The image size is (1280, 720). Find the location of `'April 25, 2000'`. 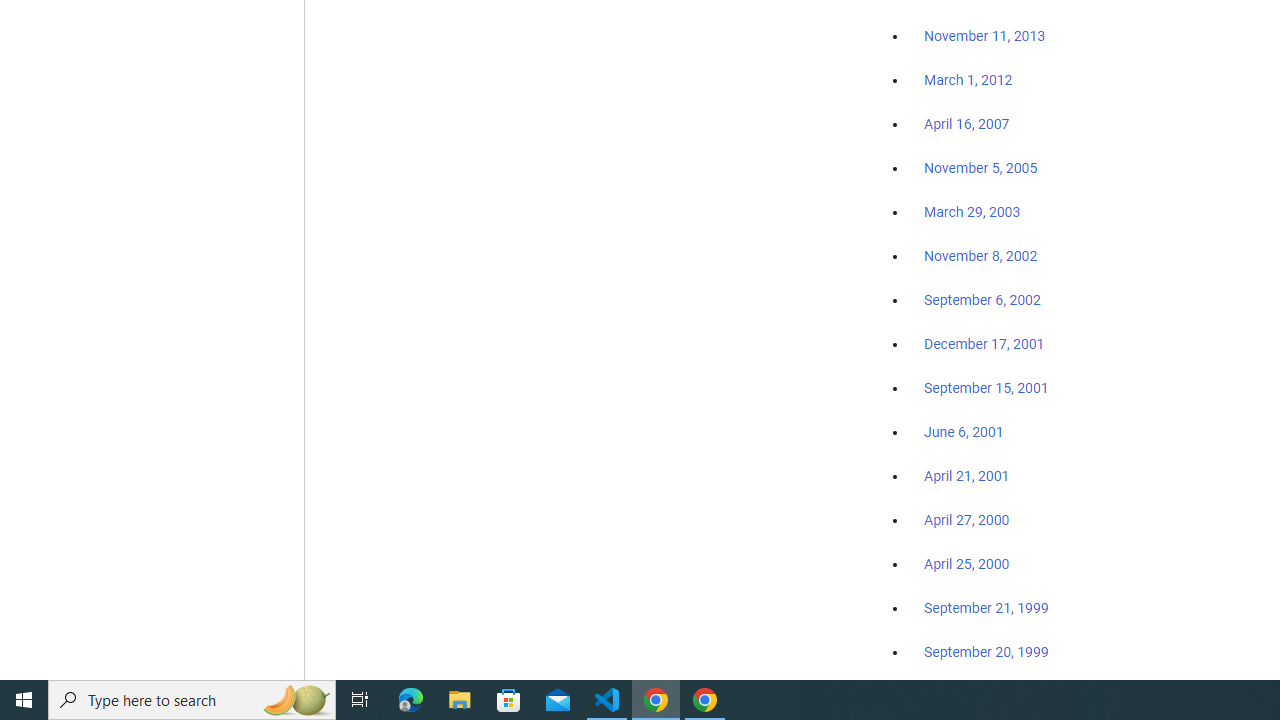

'April 25, 2000' is located at coordinates (967, 564).